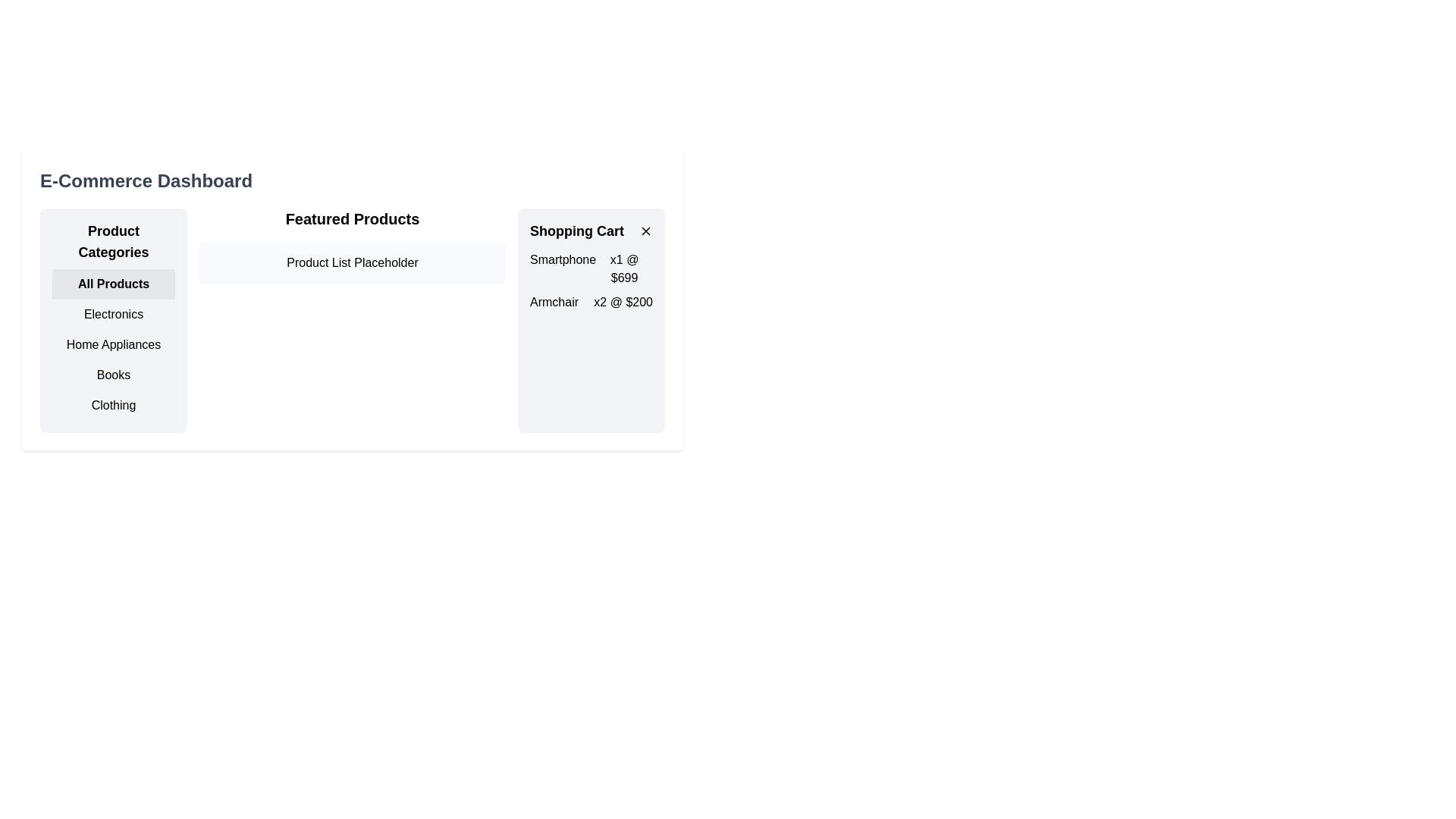 The image size is (1456, 819). I want to click on the static text display for the shopping cart item 'Armchair x2 @ $200', so click(590, 302).